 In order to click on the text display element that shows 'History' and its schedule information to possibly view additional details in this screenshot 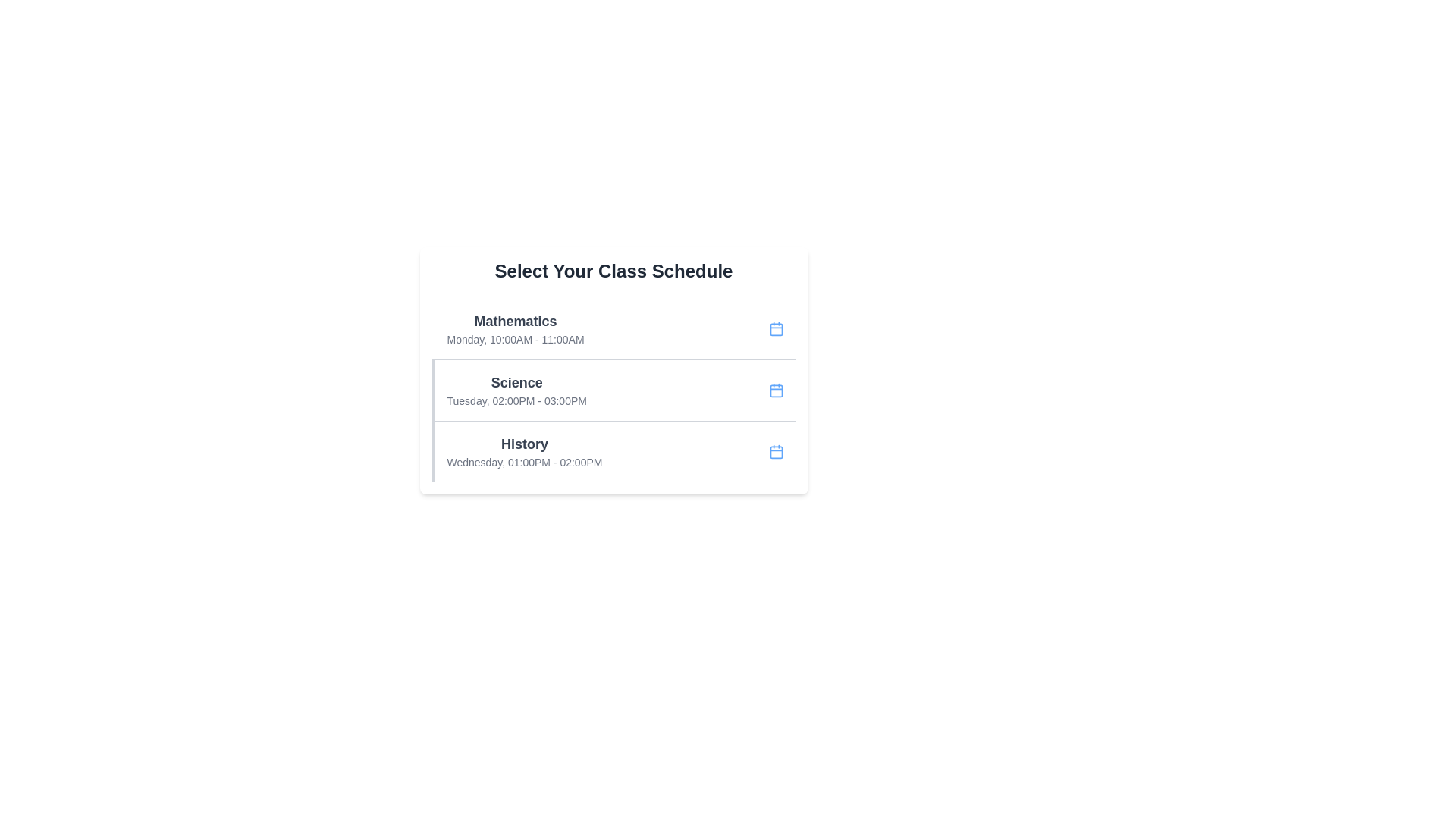, I will do `click(524, 451)`.